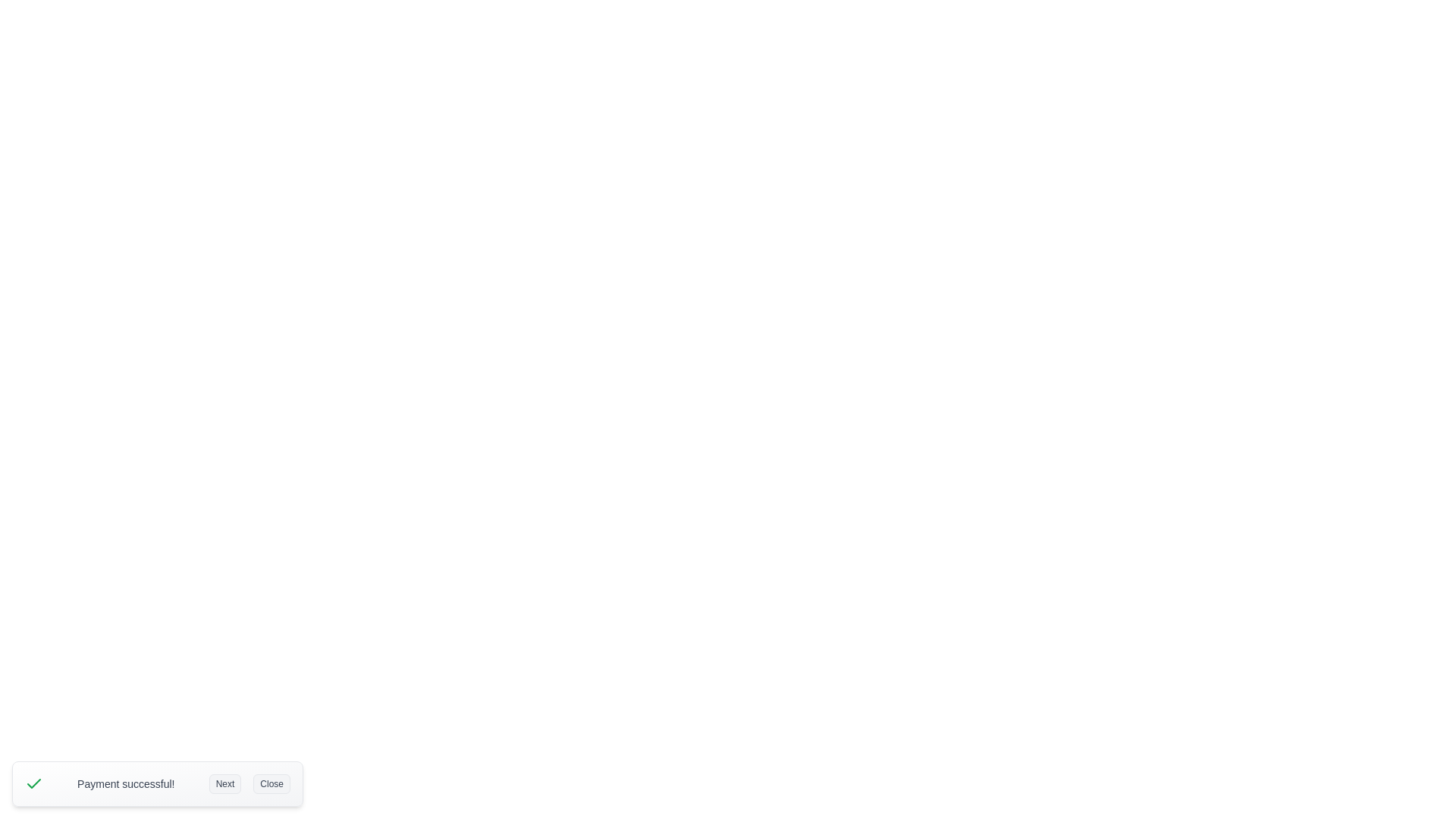  Describe the element at coordinates (271, 783) in the screenshot. I see `the 'Close' button to hide the notification bar` at that location.